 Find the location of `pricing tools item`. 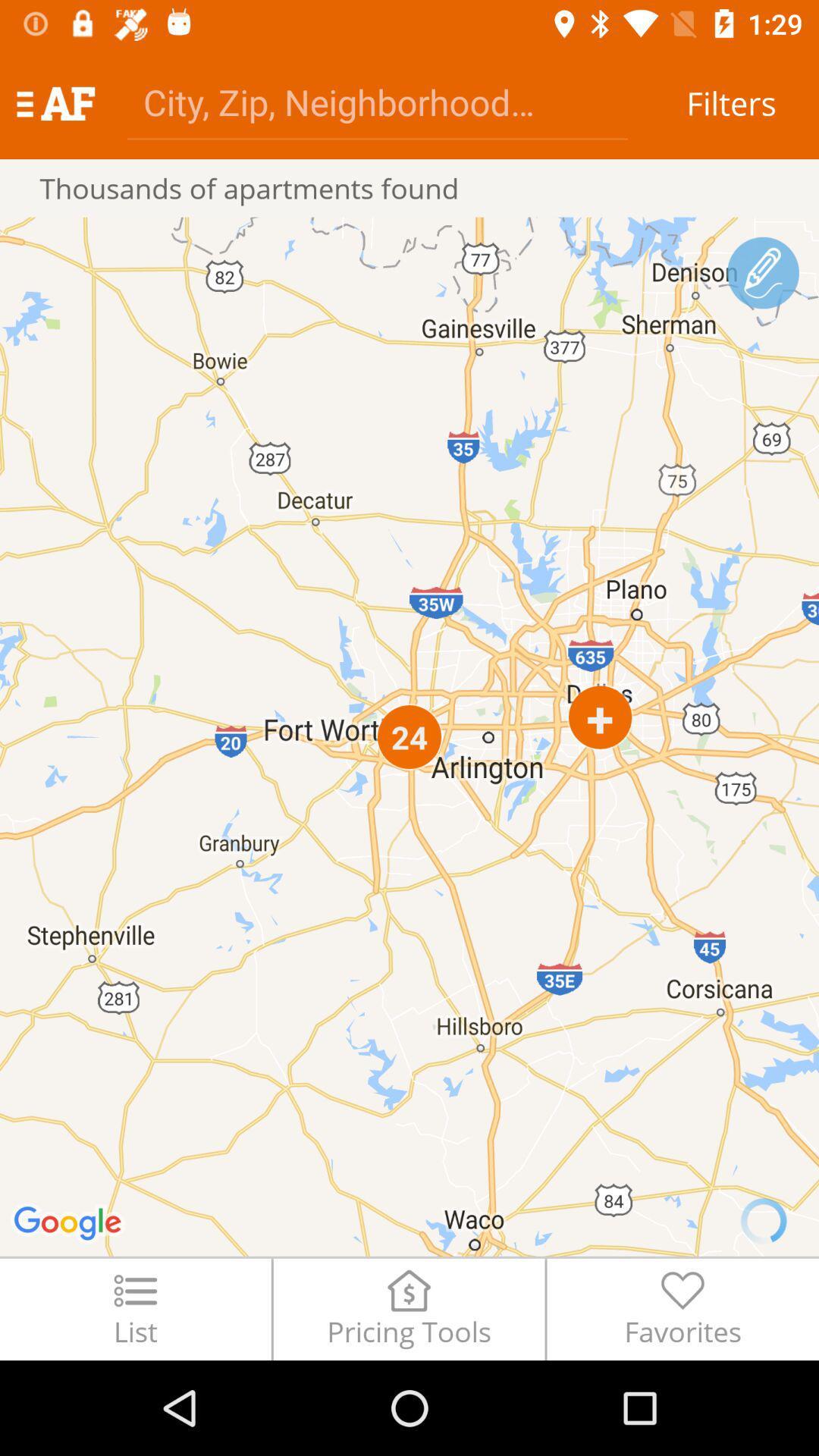

pricing tools item is located at coordinates (408, 1308).